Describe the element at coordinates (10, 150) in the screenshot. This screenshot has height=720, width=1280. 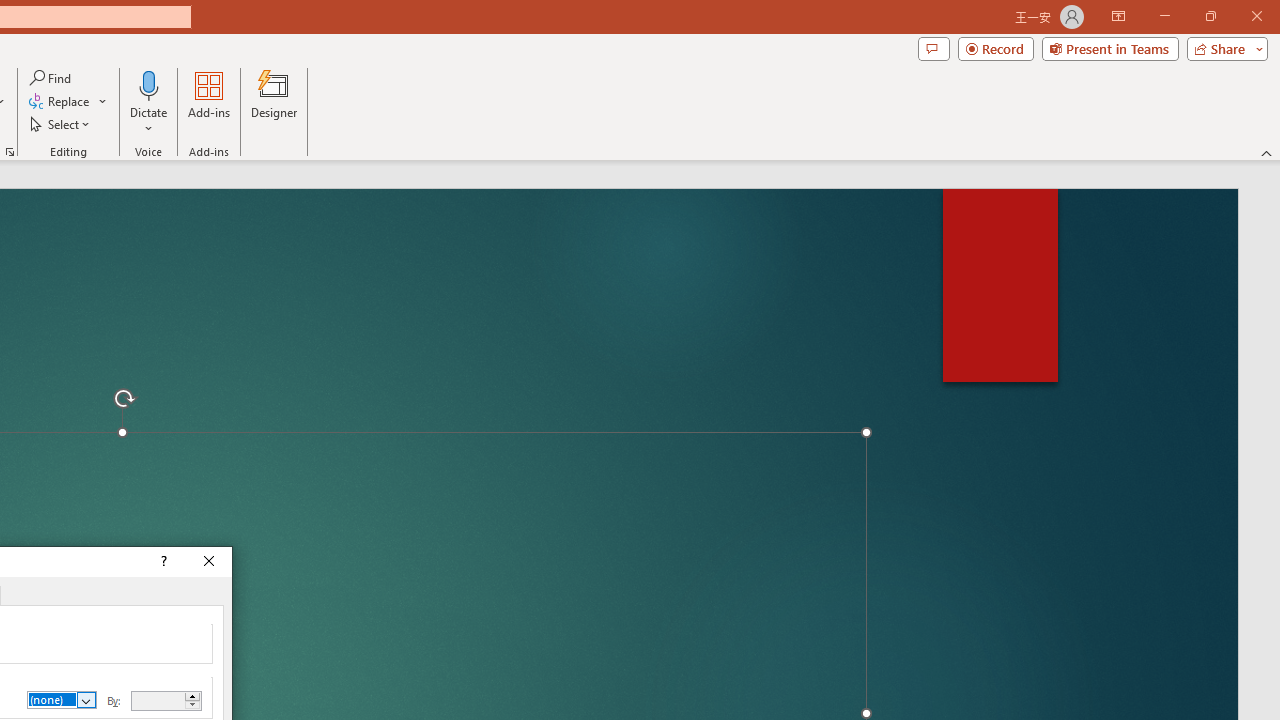
I see `'Format Object...'` at that location.